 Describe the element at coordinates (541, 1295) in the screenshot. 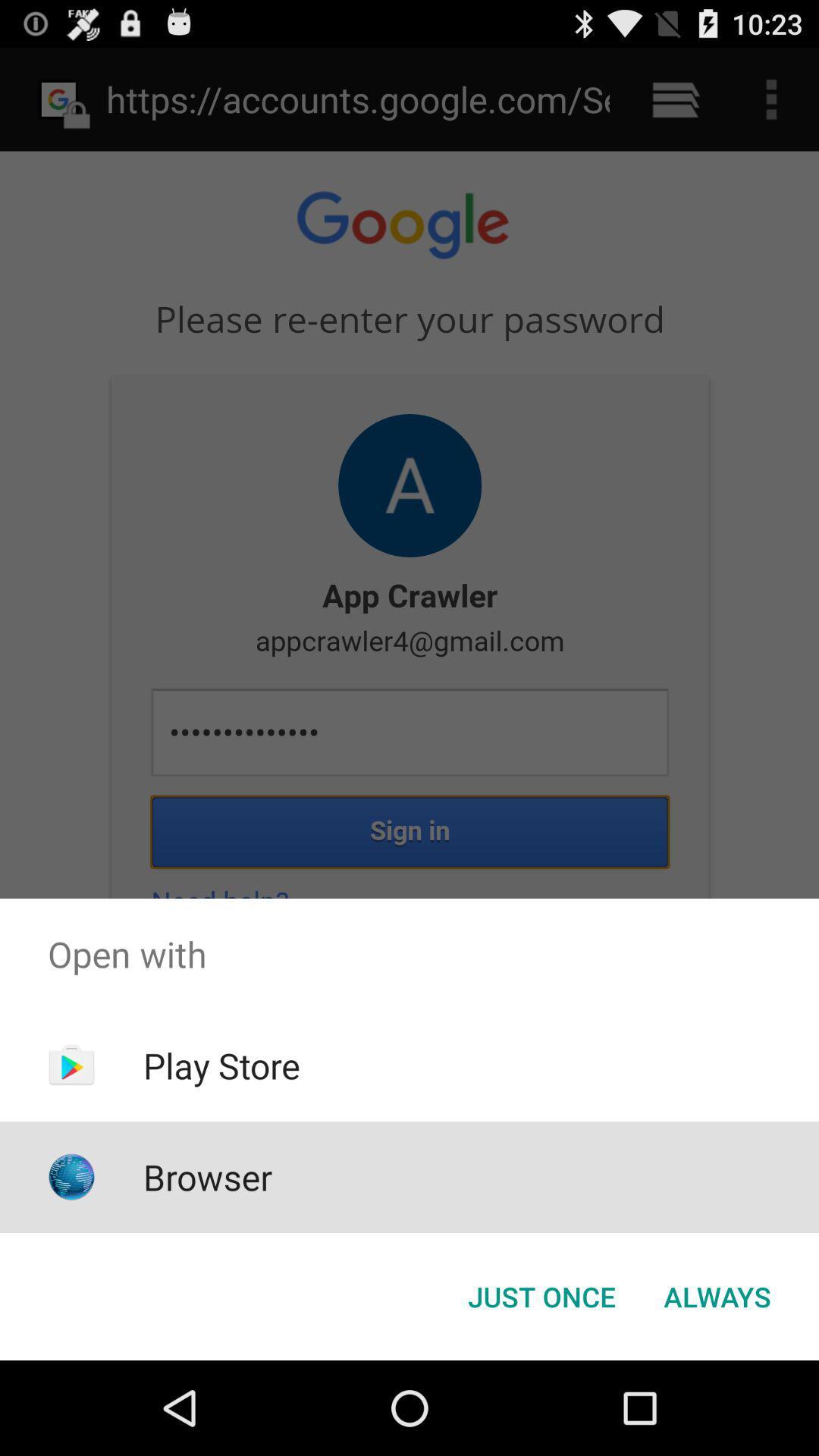

I see `app below the open with app` at that location.